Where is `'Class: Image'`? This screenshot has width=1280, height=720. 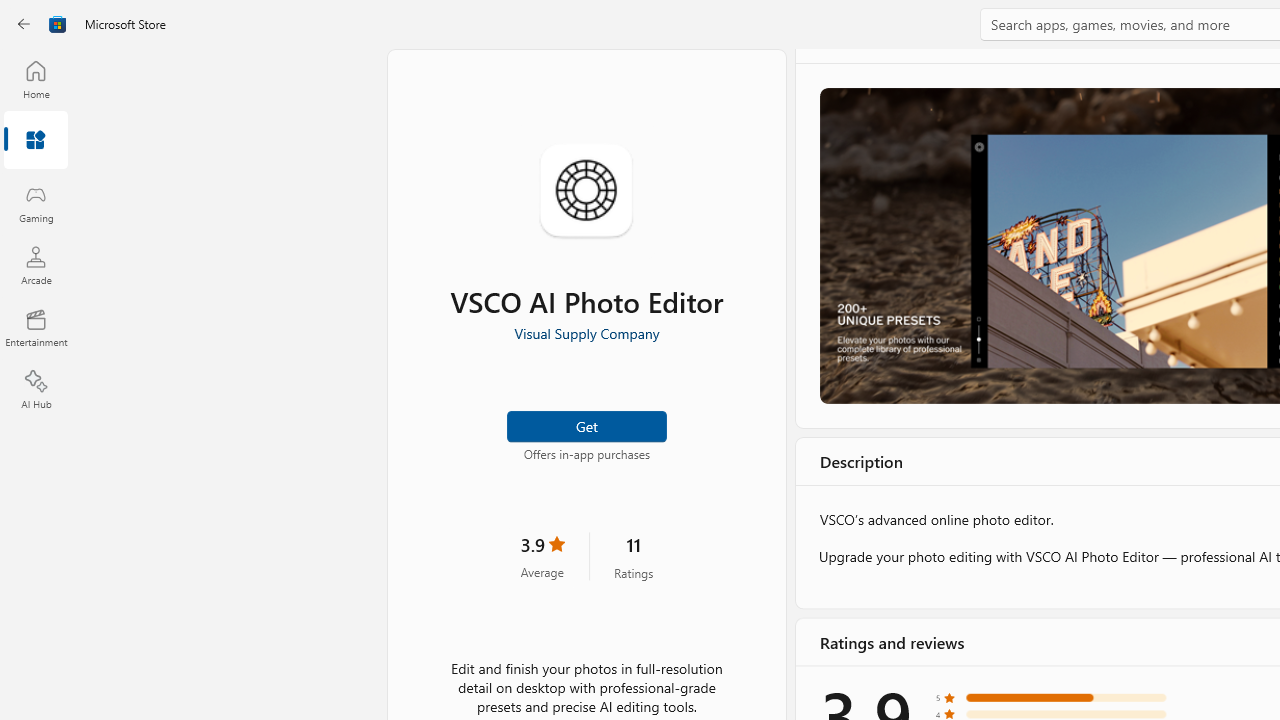 'Class: Image' is located at coordinates (58, 24).